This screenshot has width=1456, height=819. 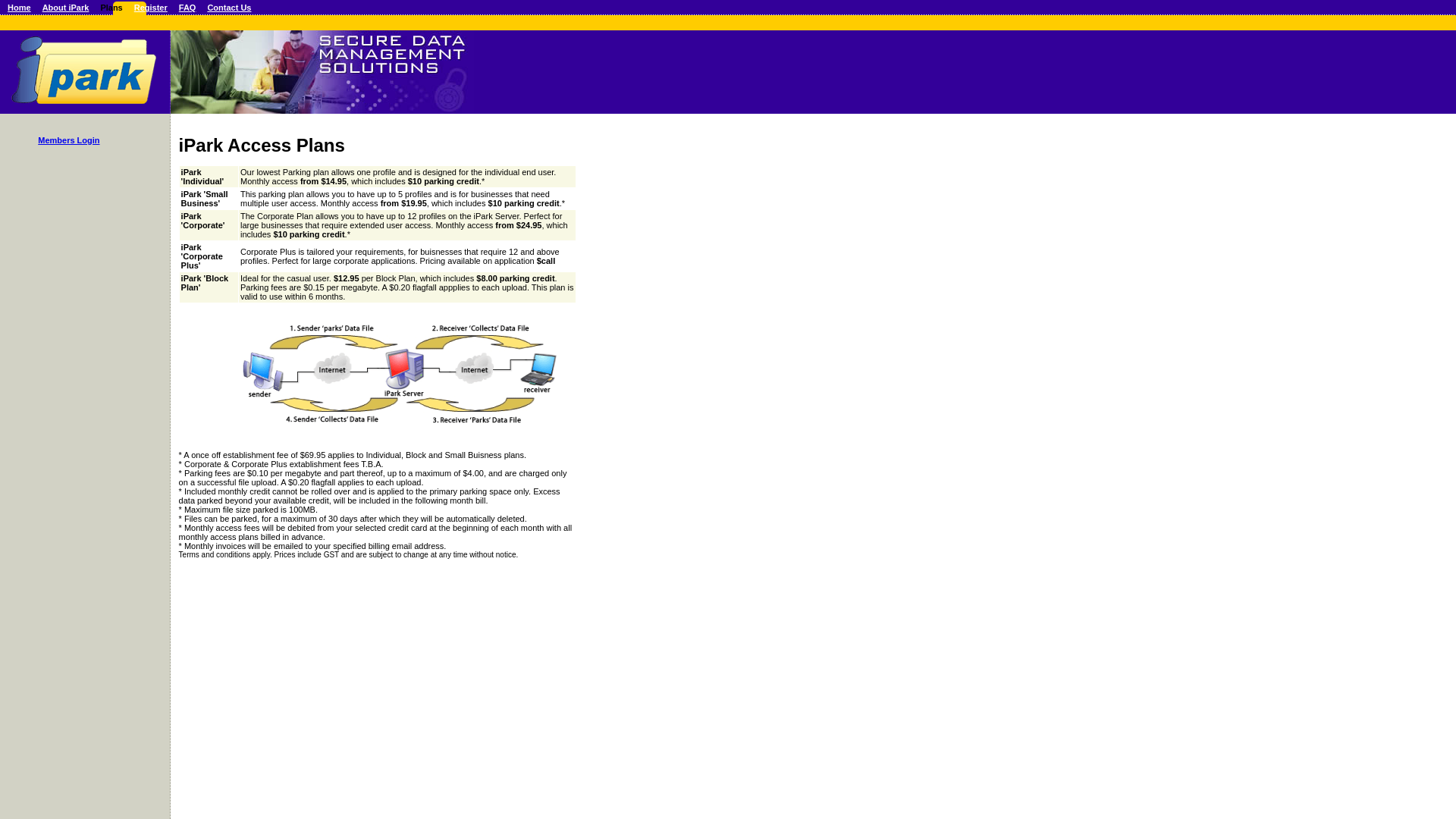 What do you see at coordinates (187, 8) in the screenshot?
I see `'FAQ'` at bounding box center [187, 8].